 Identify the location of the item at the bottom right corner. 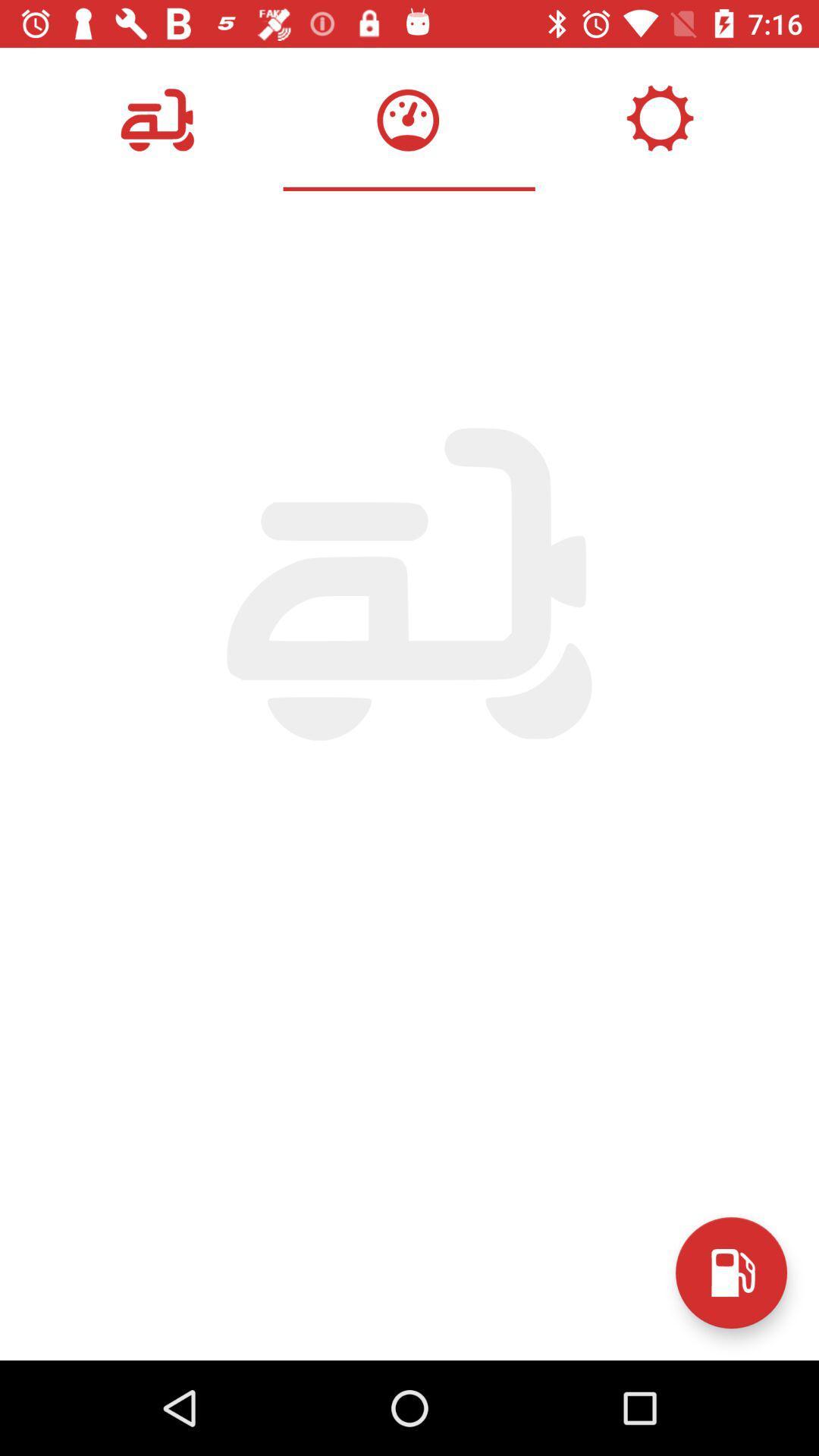
(730, 1272).